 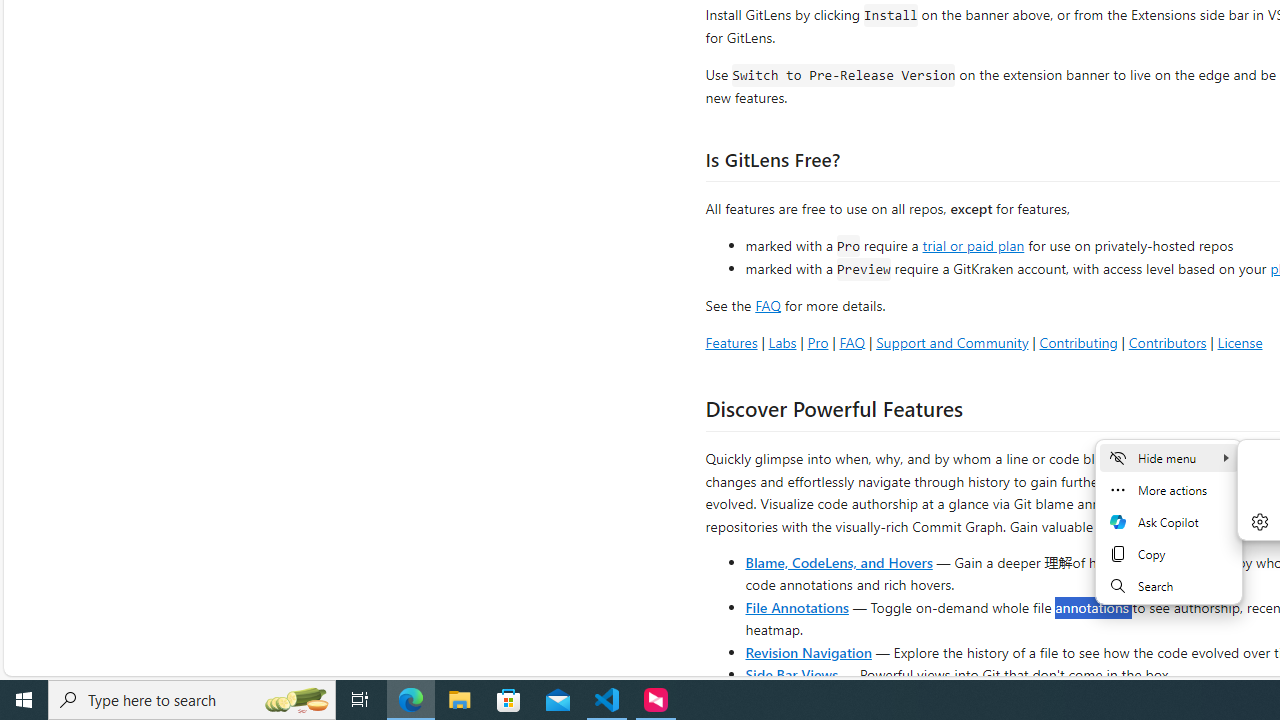 I want to click on 'Ask Copilot', so click(x=1168, y=521).